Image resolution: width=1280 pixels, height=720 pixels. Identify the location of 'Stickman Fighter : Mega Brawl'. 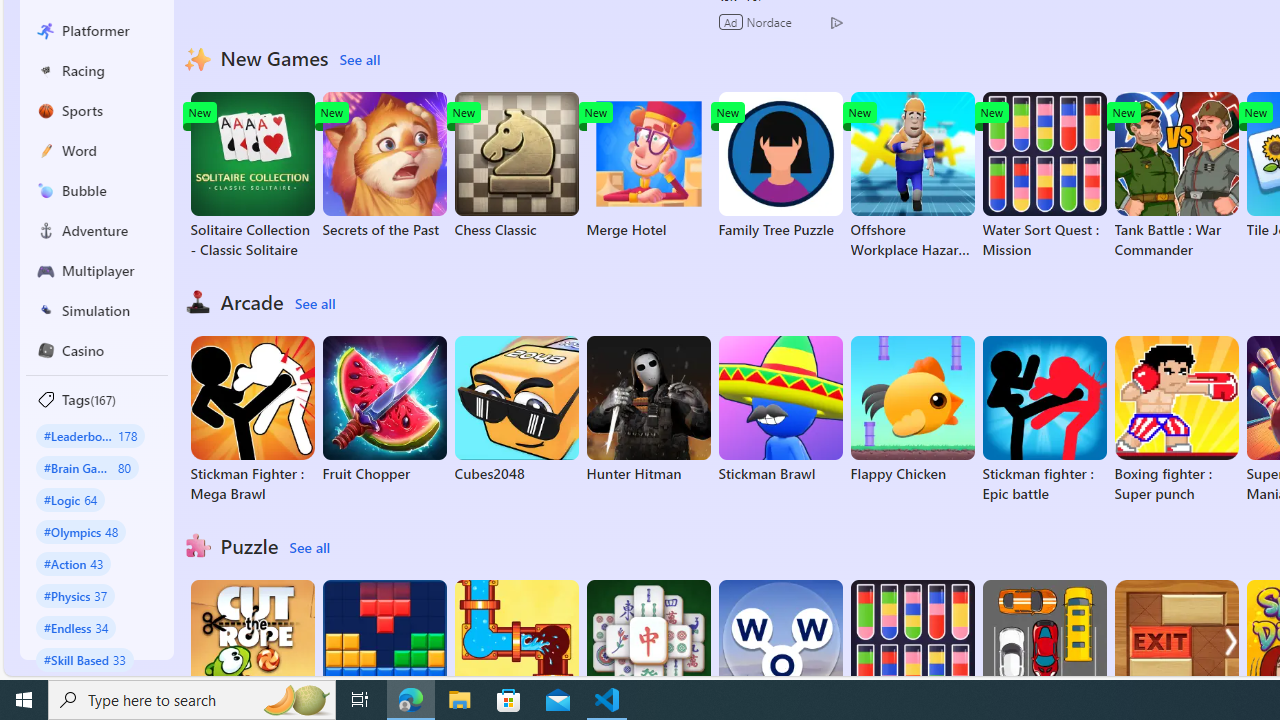
(251, 419).